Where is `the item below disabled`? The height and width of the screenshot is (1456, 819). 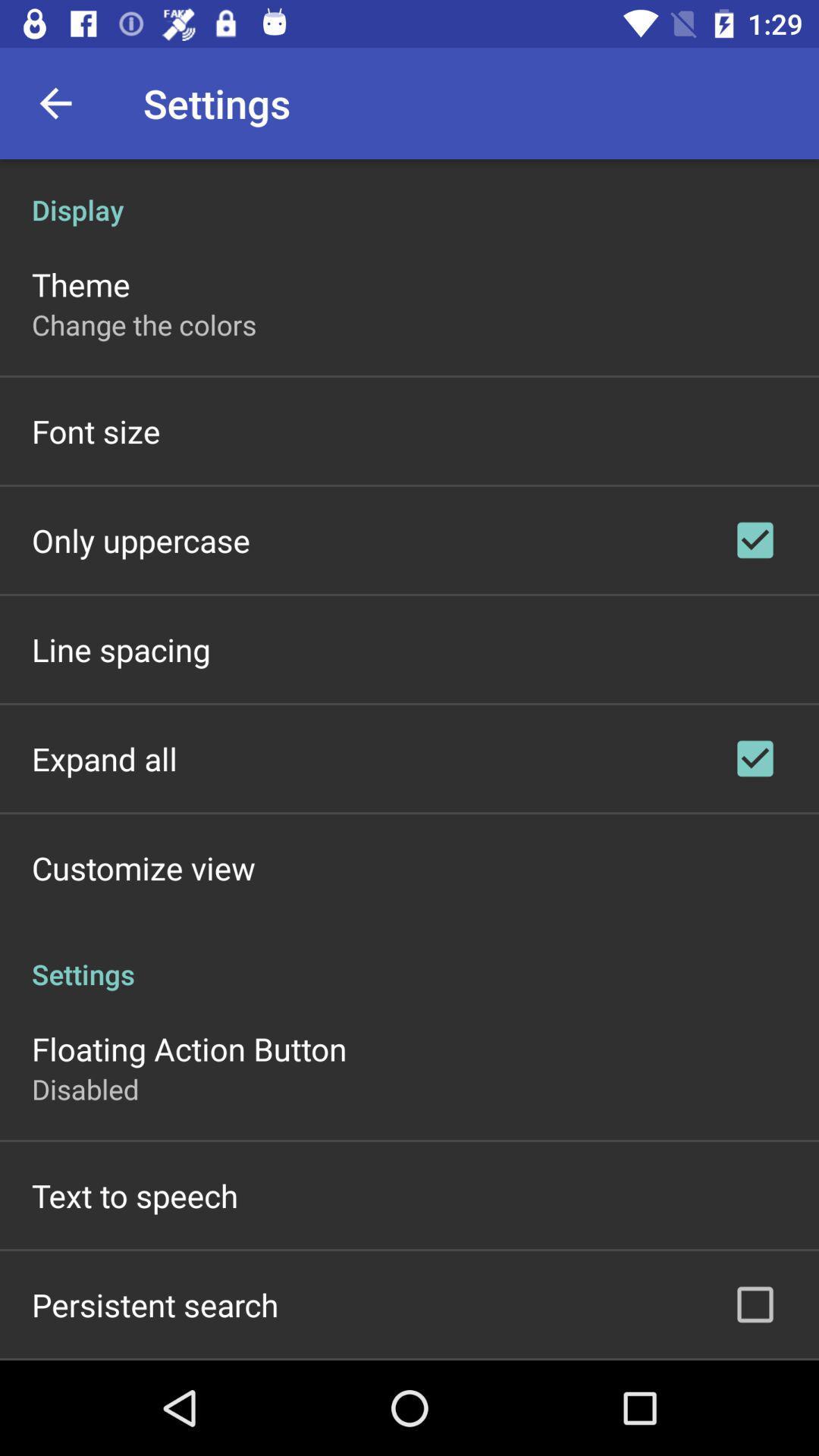
the item below disabled is located at coordinates (134, 1194).